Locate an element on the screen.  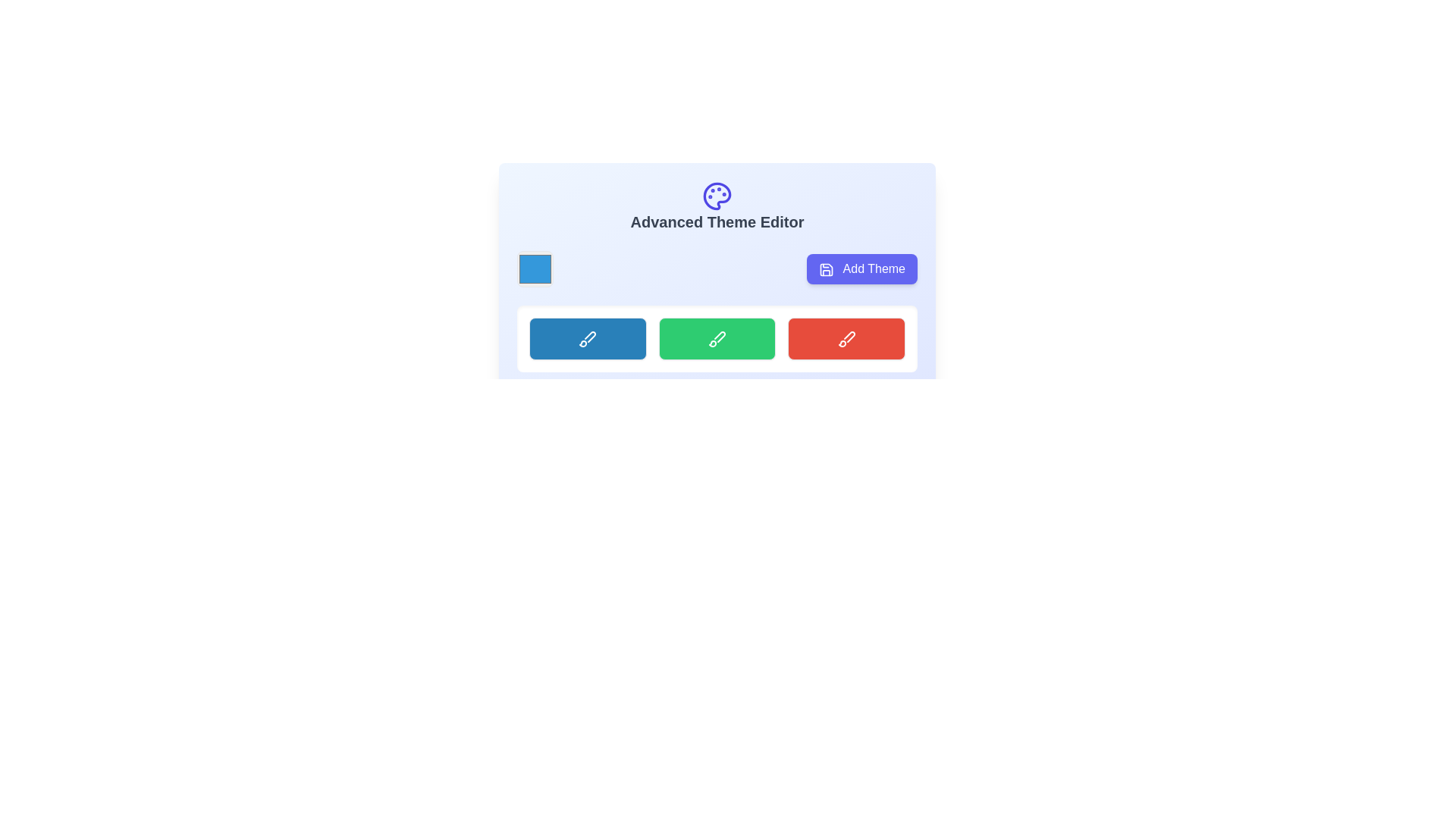
the rightmost button in the group of three colored buttons, which is an icon resembling a brush on a red square button is located at coordinates (846, 338).